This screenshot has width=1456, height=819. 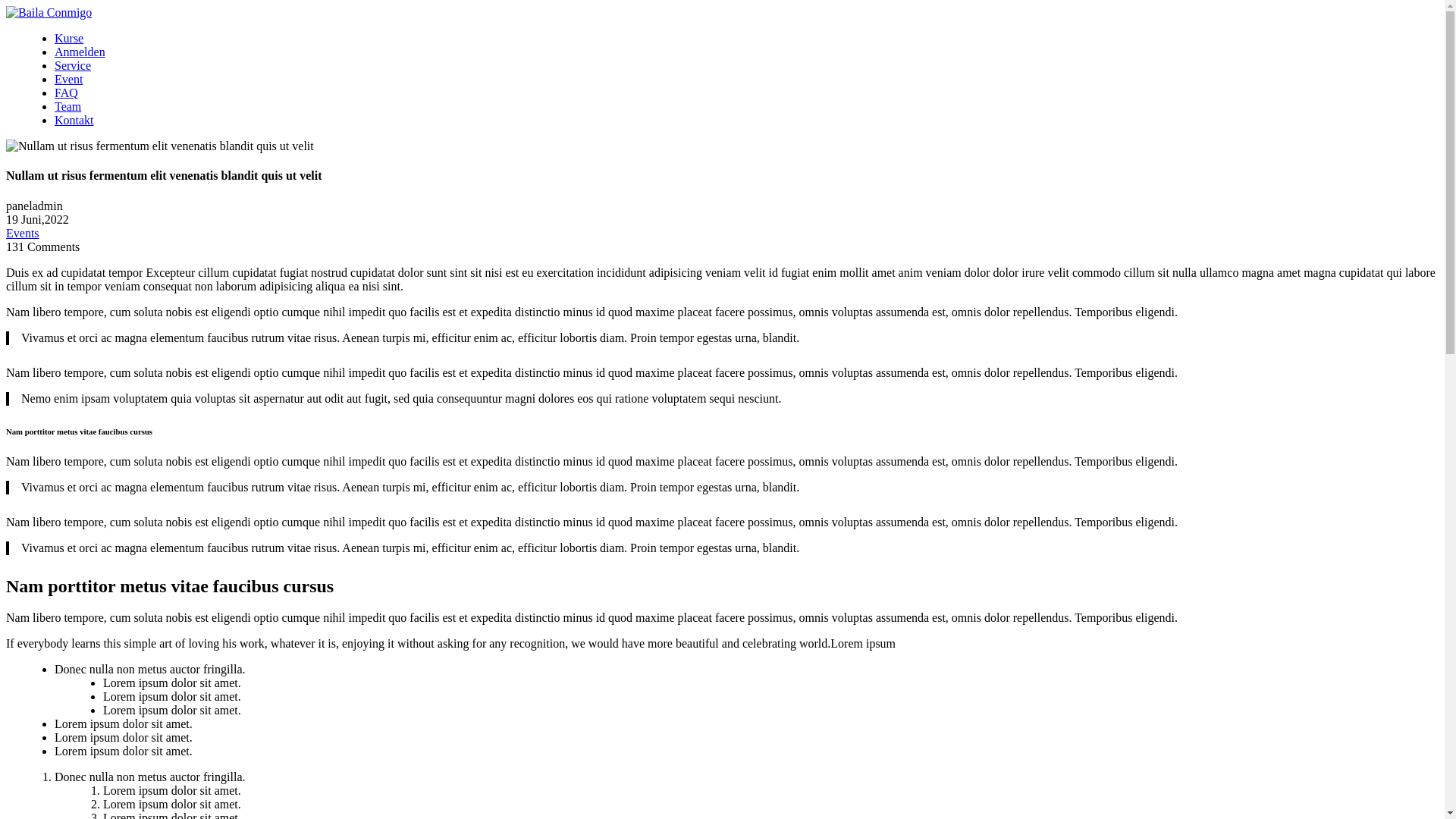 What do you see at coordinates (22, 233) in the screenshot?
I see `'Events'` at bounding box center [22, 233].